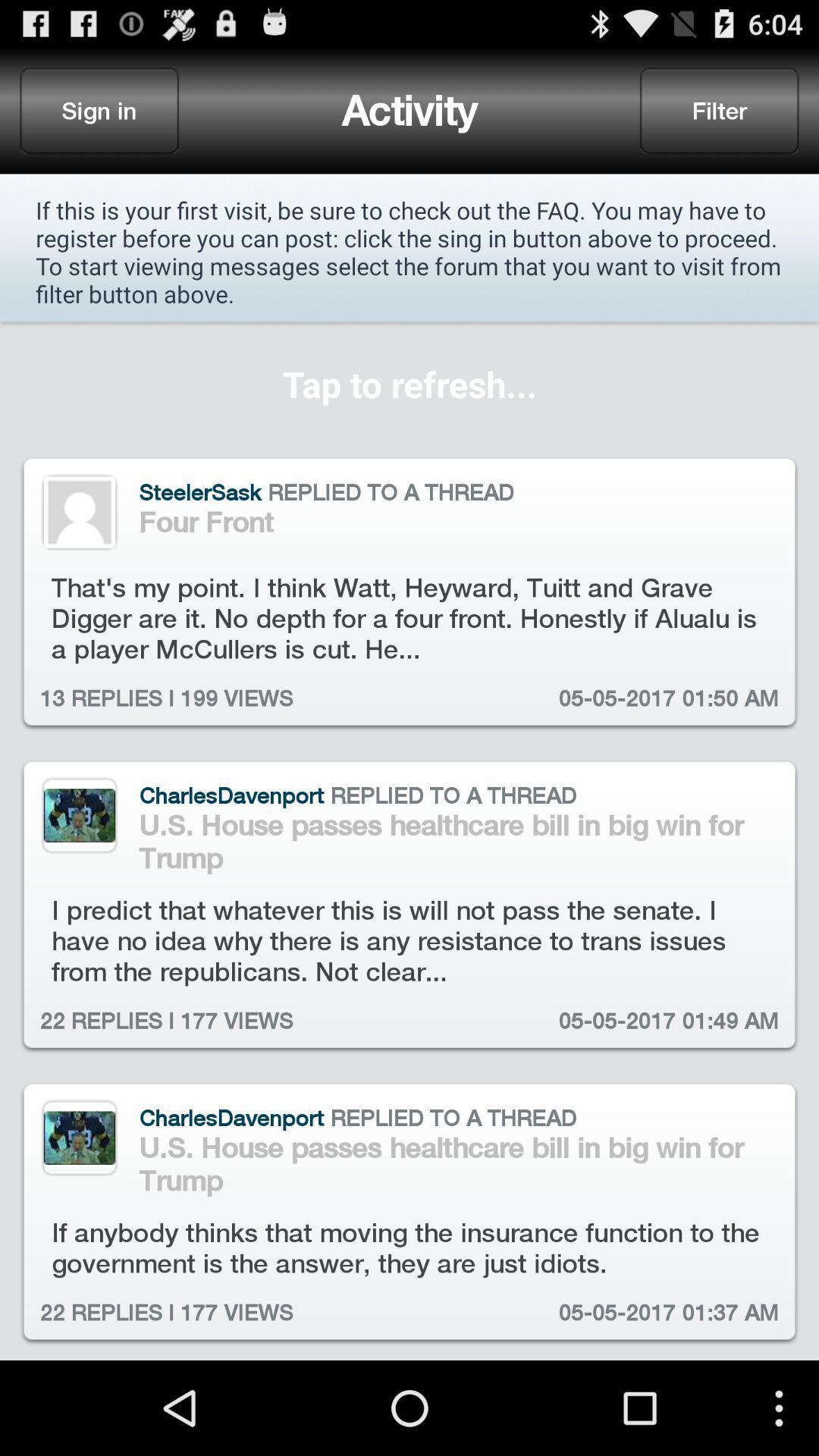 The width and height of the screenshot is (819, 1456). I want to click on profile, so click(79, 814).